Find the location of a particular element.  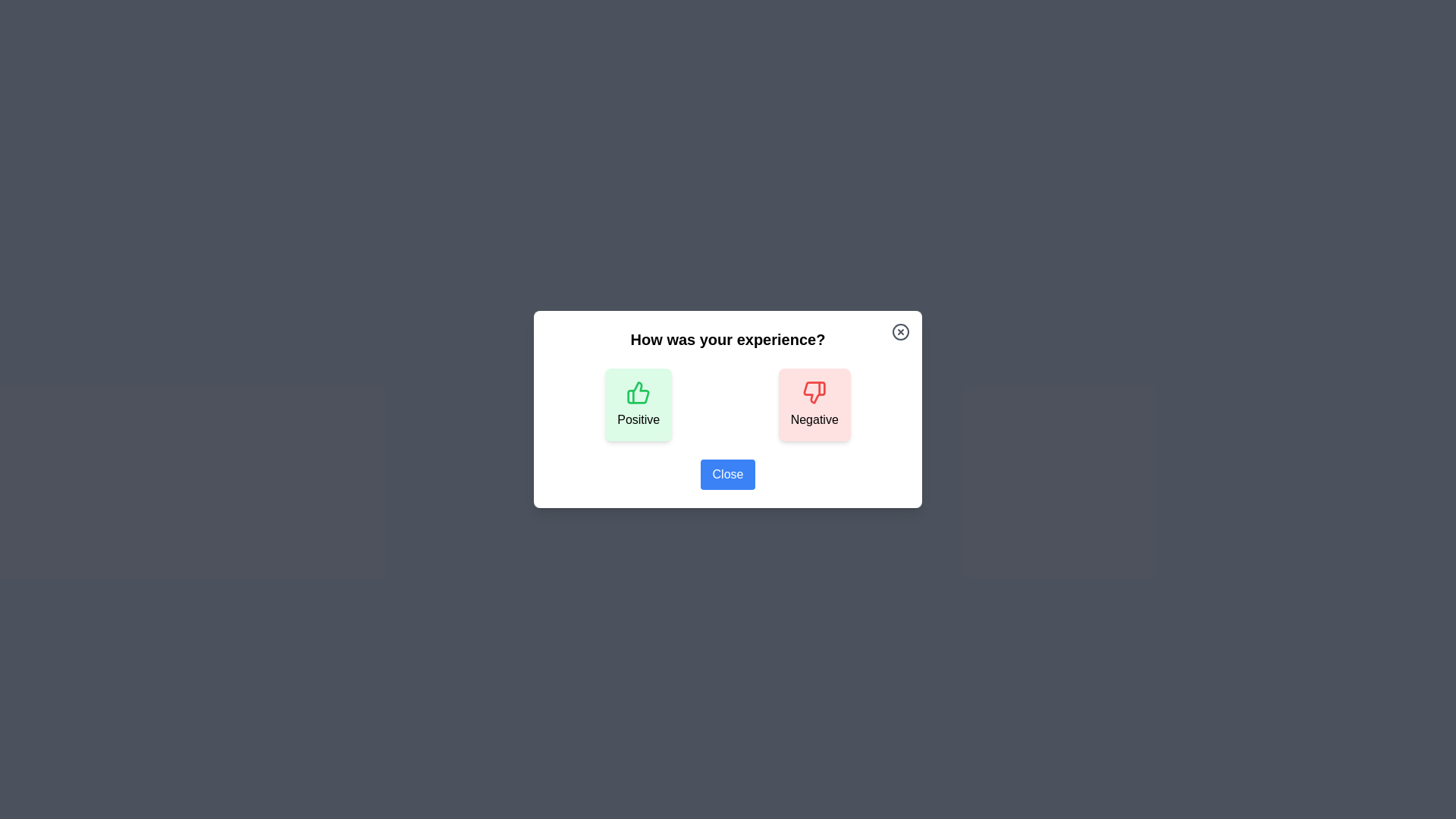

the 'Close' button to dismiss the dialog is located at coordinates (728, 473).